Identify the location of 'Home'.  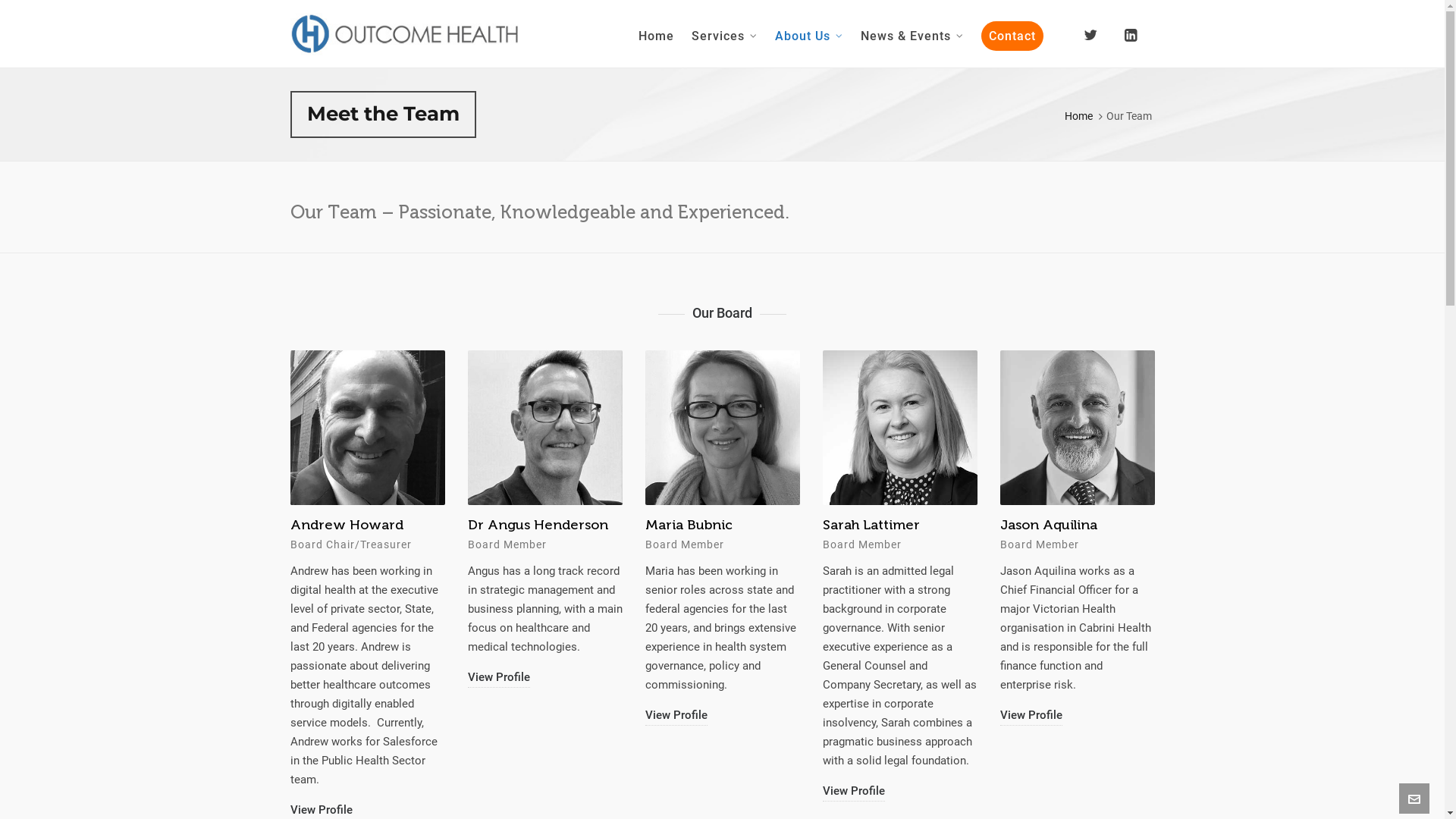
(629, 34).